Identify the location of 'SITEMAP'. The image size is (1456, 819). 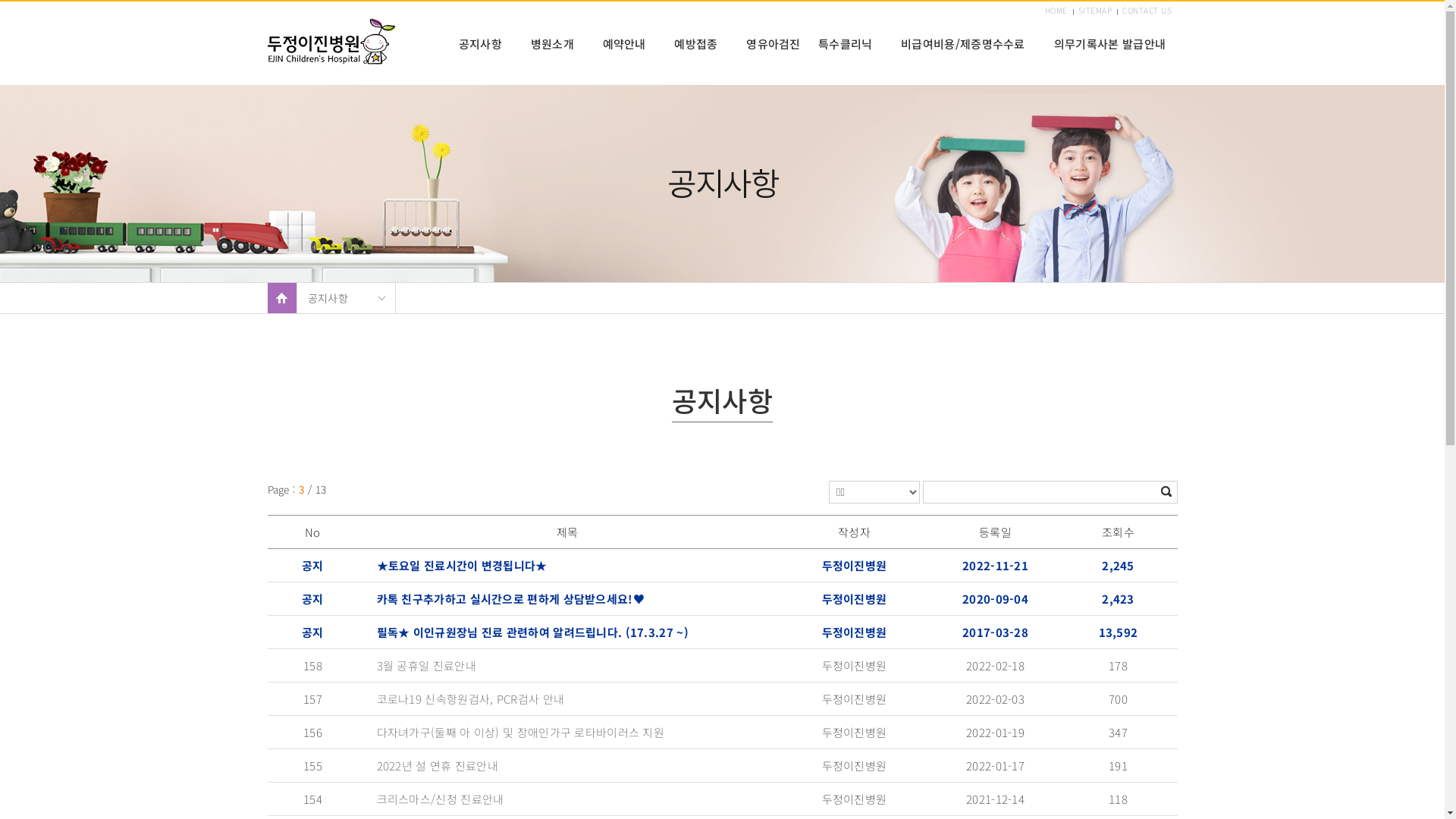
(1095, 11).